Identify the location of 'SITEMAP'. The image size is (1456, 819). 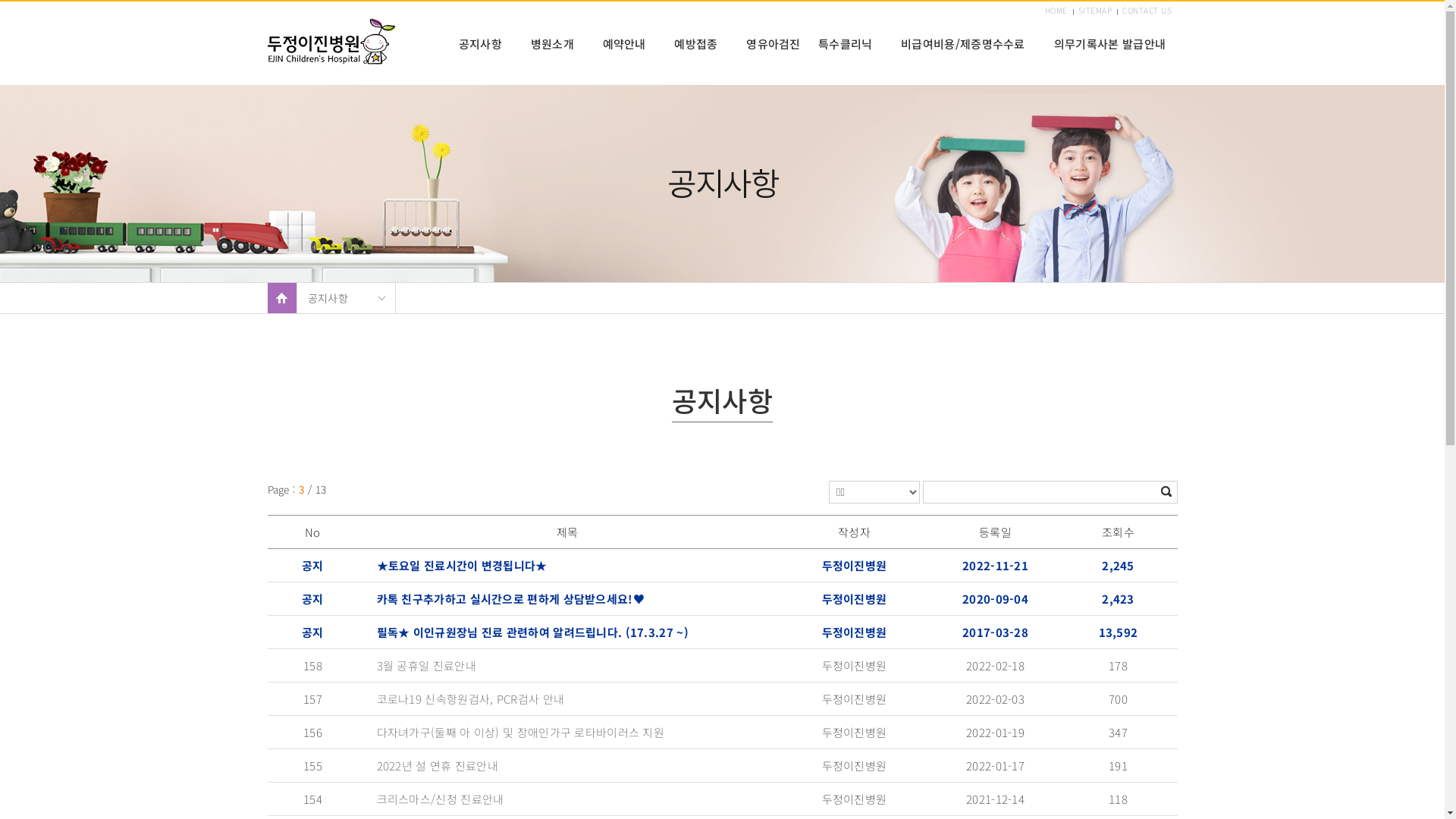
(1095, 11).